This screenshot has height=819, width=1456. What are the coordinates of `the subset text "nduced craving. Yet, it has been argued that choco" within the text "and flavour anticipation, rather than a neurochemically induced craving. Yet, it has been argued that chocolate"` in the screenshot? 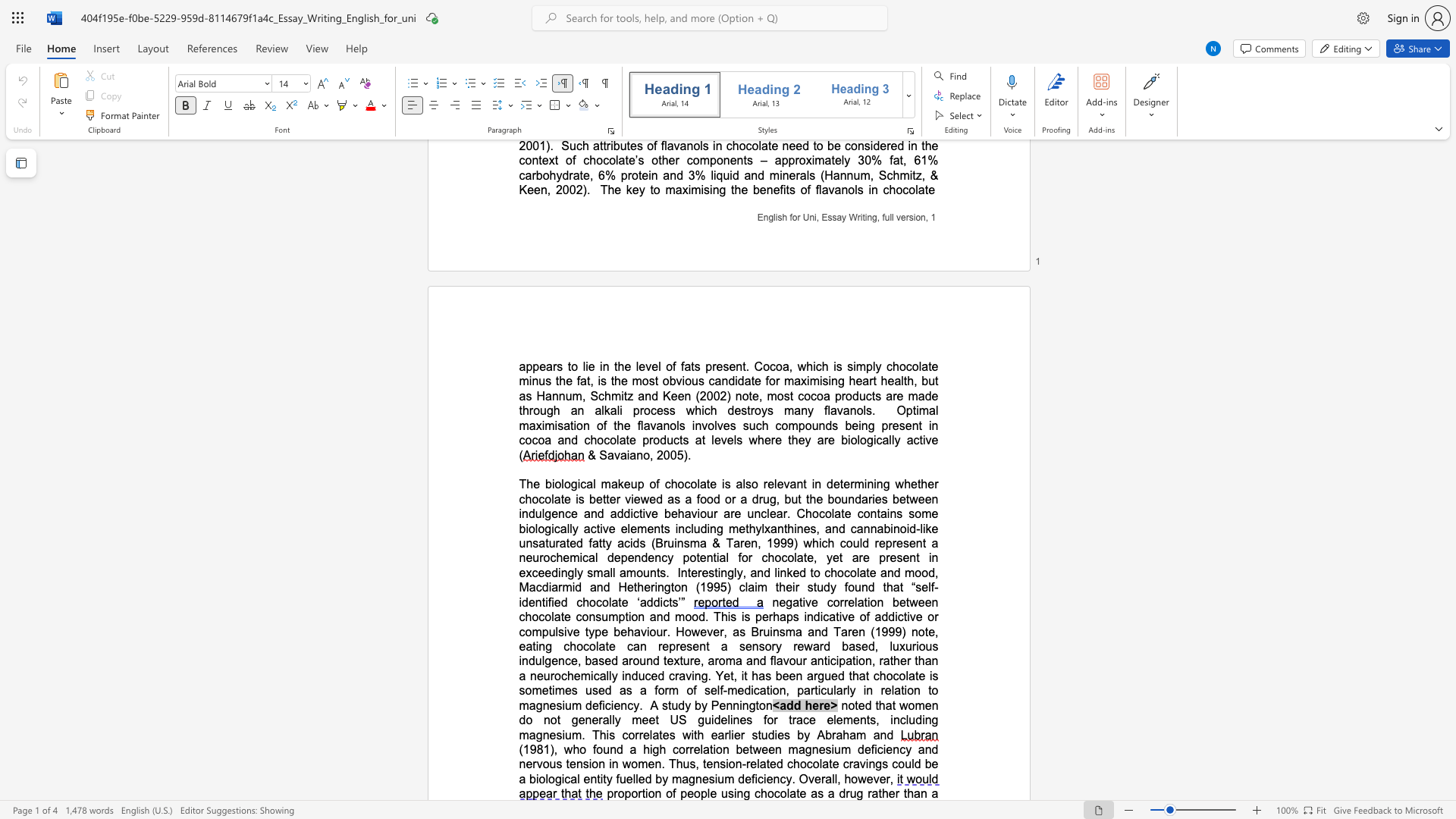 It's located at (624, 675).